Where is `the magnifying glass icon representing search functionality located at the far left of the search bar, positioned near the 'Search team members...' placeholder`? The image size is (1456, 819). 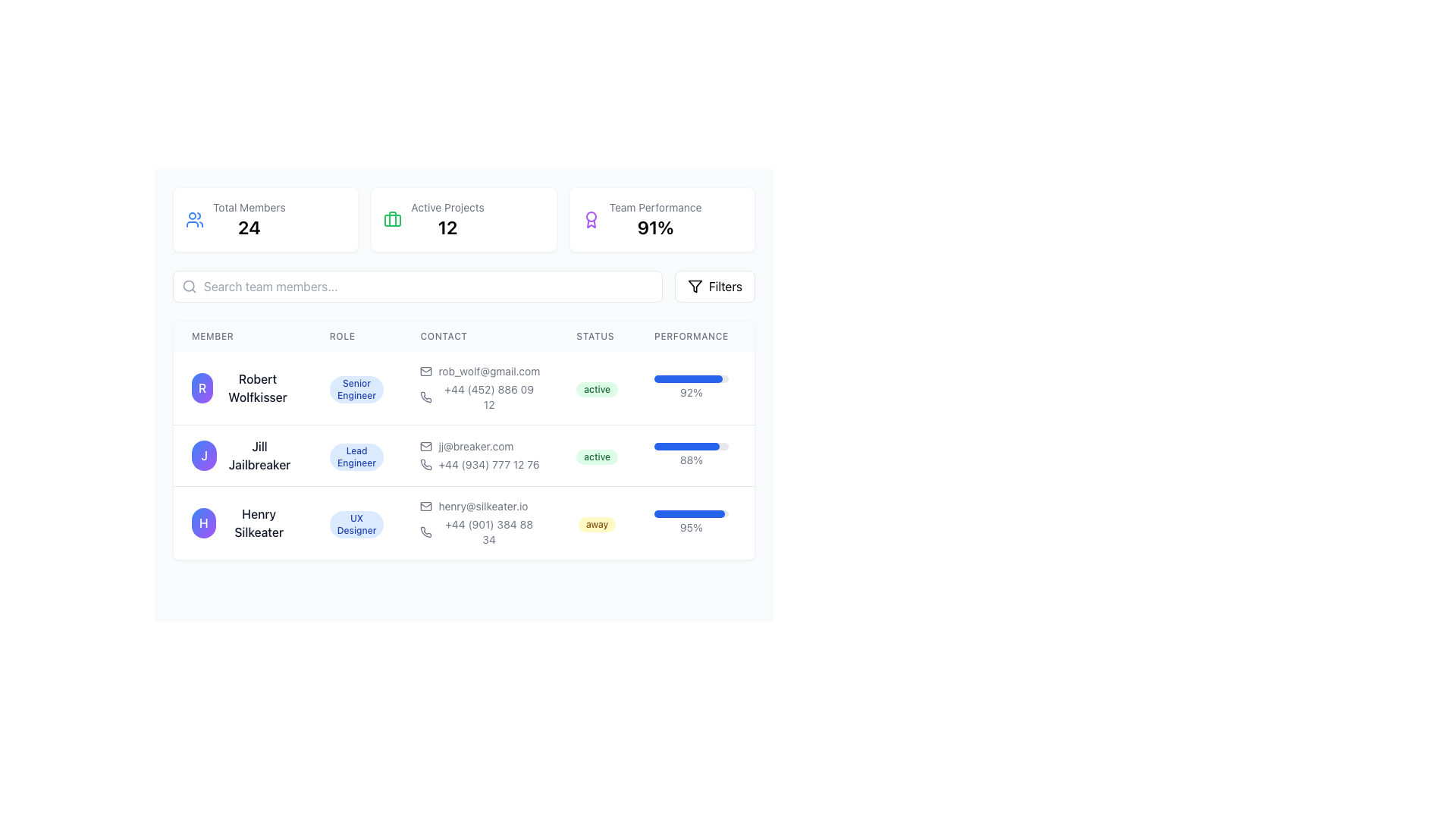 the magnifying glass icon representing search functionality located at the far left of the search bar, positioned near the 'Search team members...' placeholder is located at coordinates (188, 287).